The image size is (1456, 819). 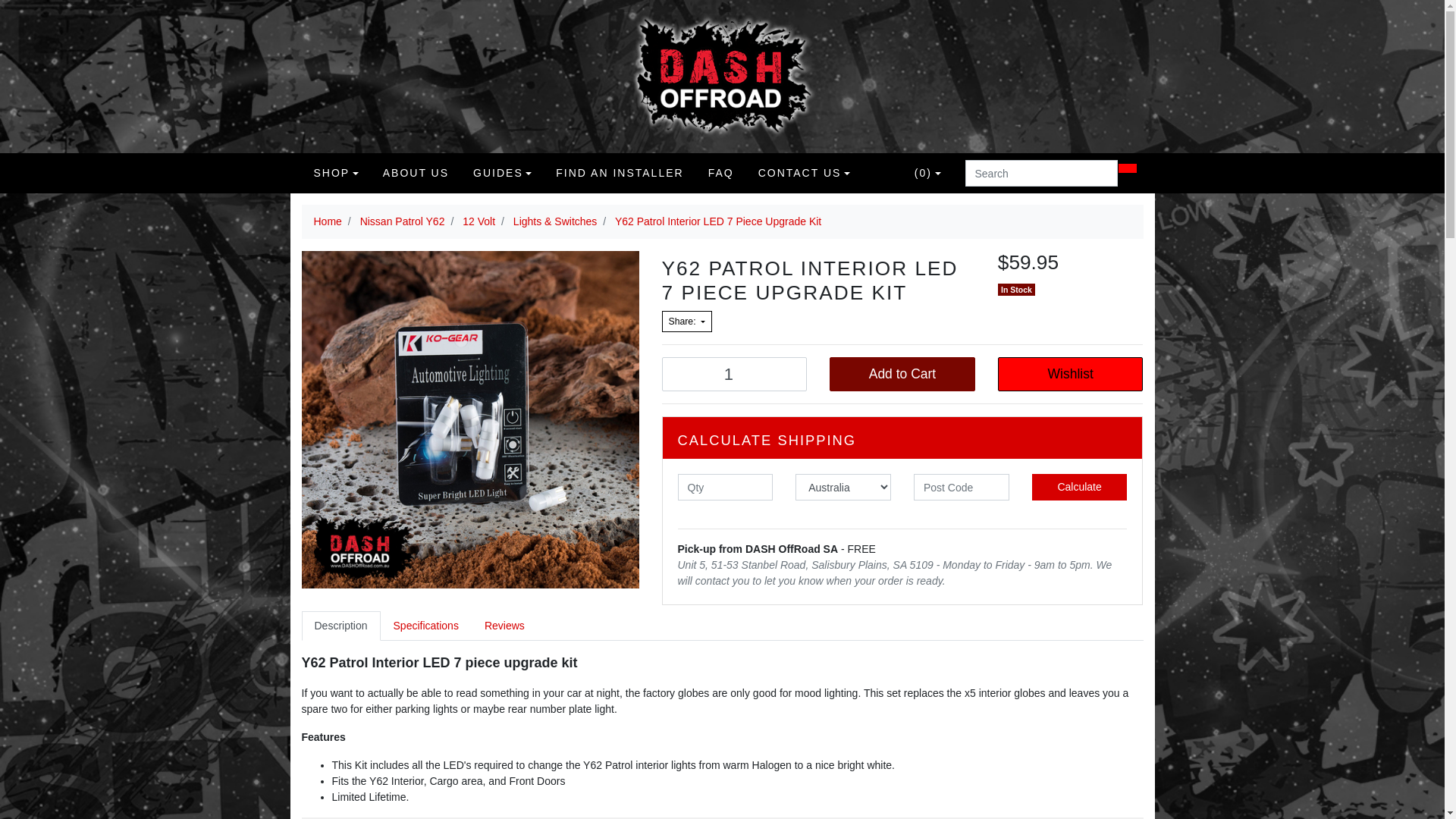 I want to click on 'Specifications', so click(x=381, y=626).